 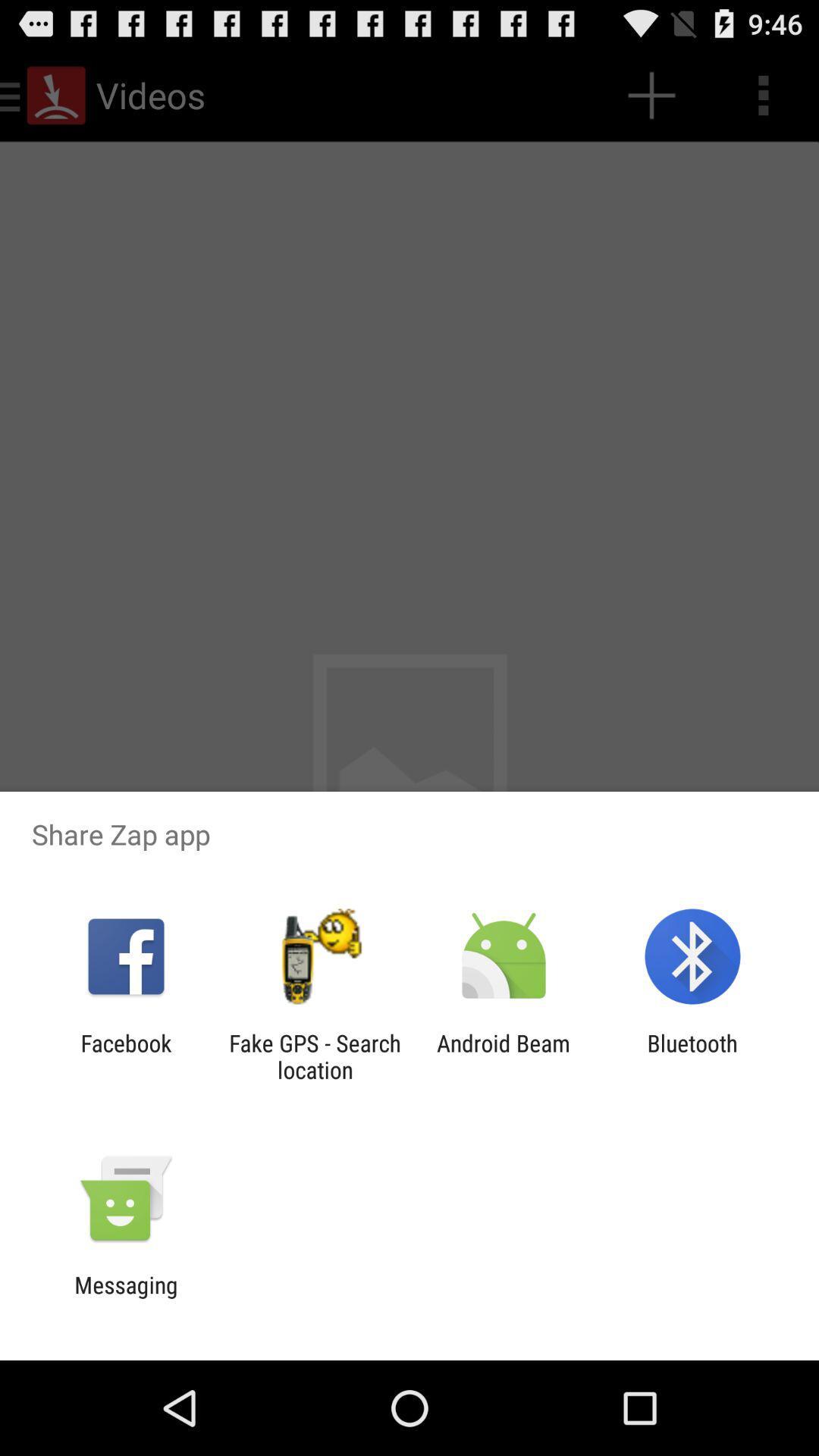 What do you see at coordinates (314, 1056) in the screenshot?
I see `app to the left of the android beam` at bounding box center [314, 1056].